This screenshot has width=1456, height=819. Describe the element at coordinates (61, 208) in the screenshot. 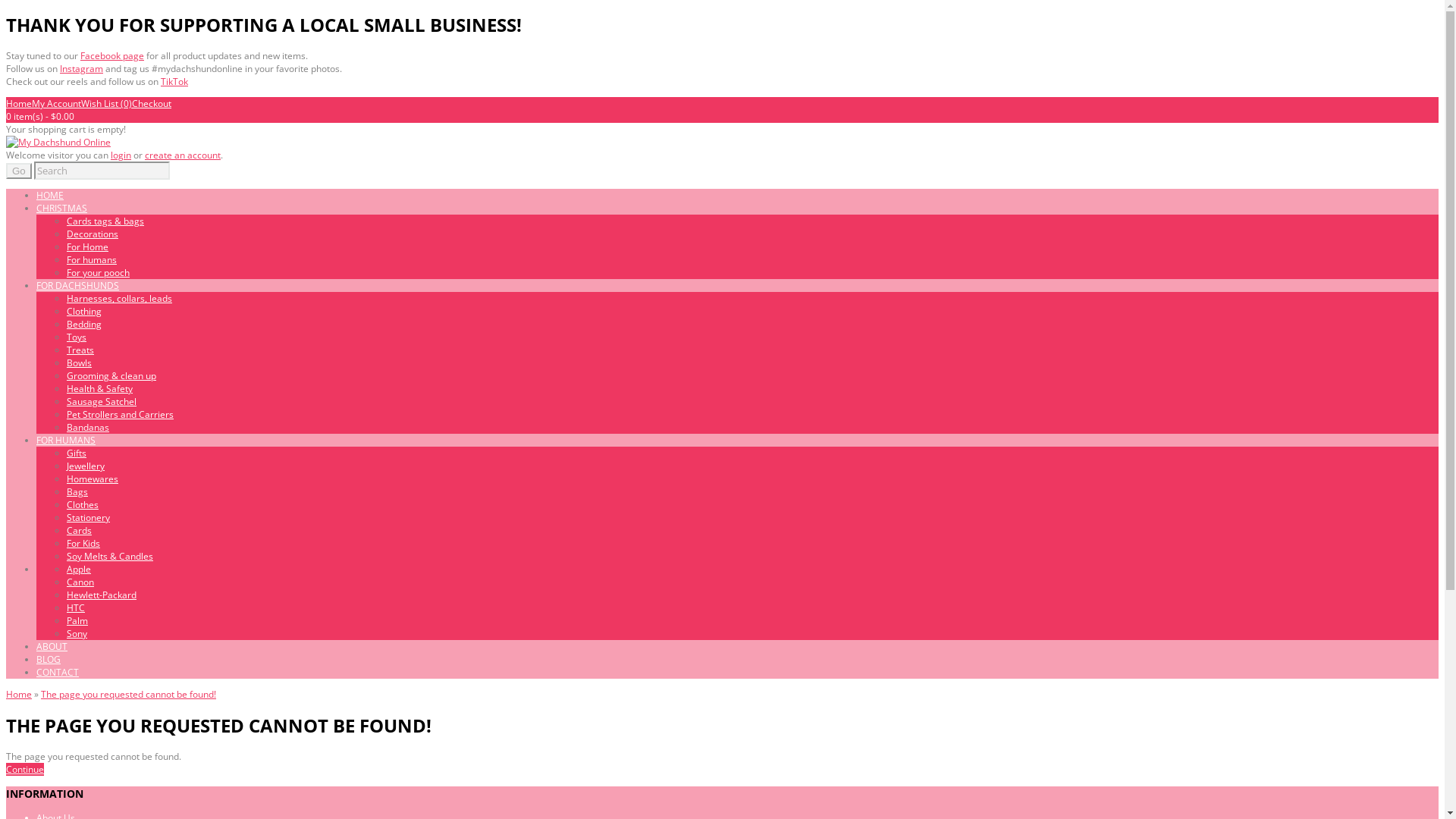

I see `'CHRISTMAS'` at that location.